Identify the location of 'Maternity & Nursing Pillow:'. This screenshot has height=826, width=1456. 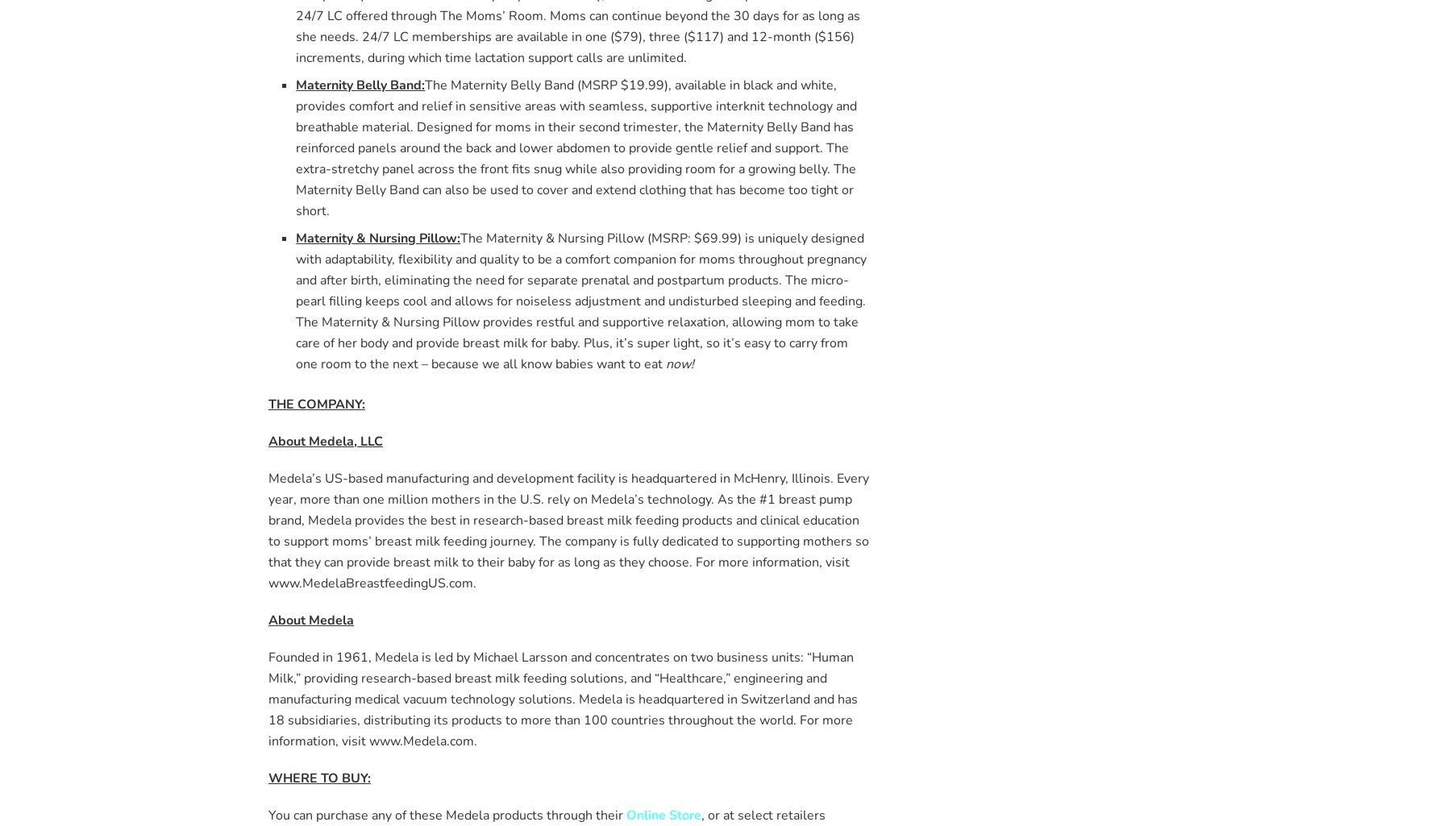
(378, 237).